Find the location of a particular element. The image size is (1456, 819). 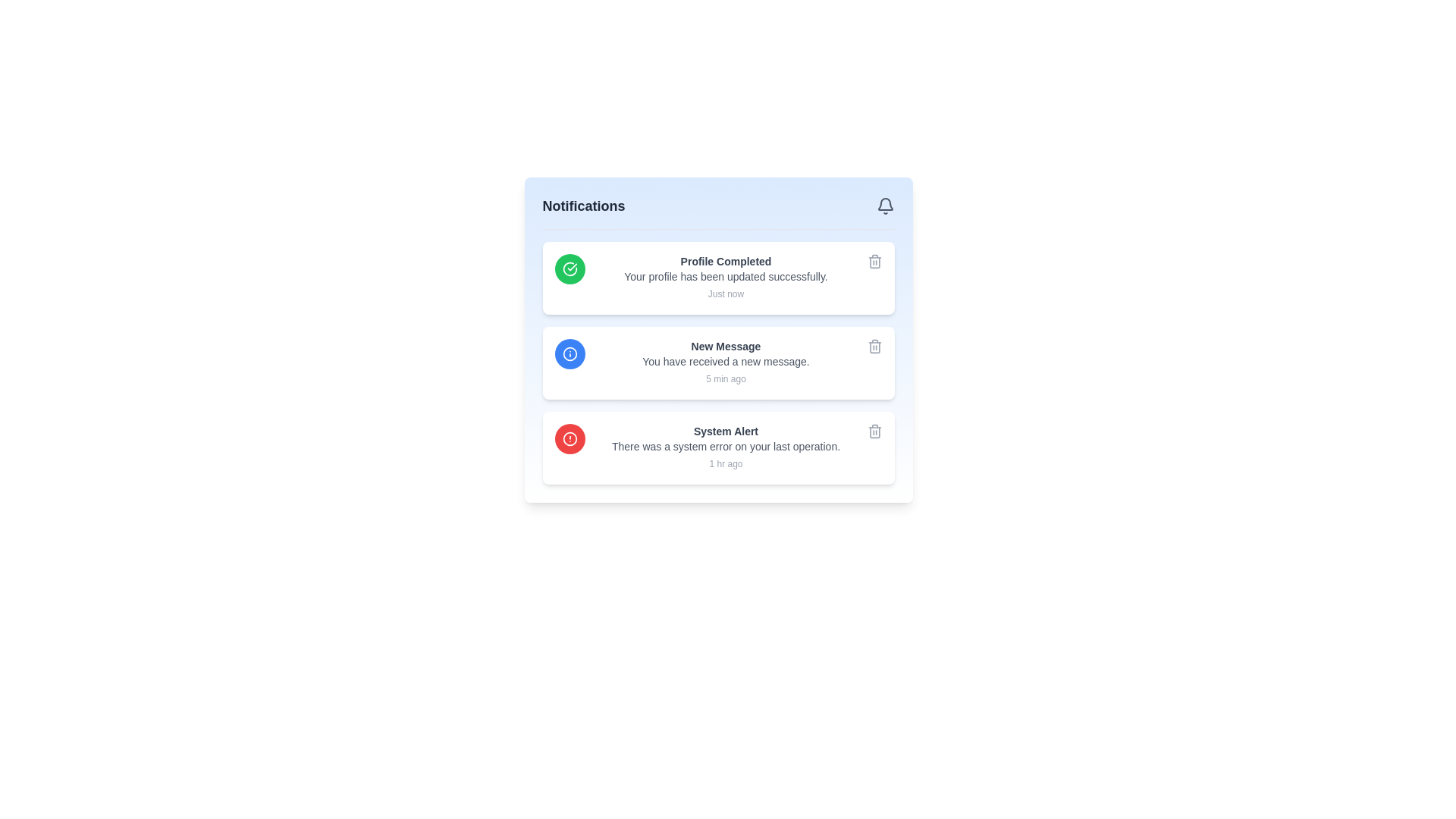

the bell-shaped icon located on the top-right side of the panel under the 'Notifications' header is located at coordinates (885, 206).